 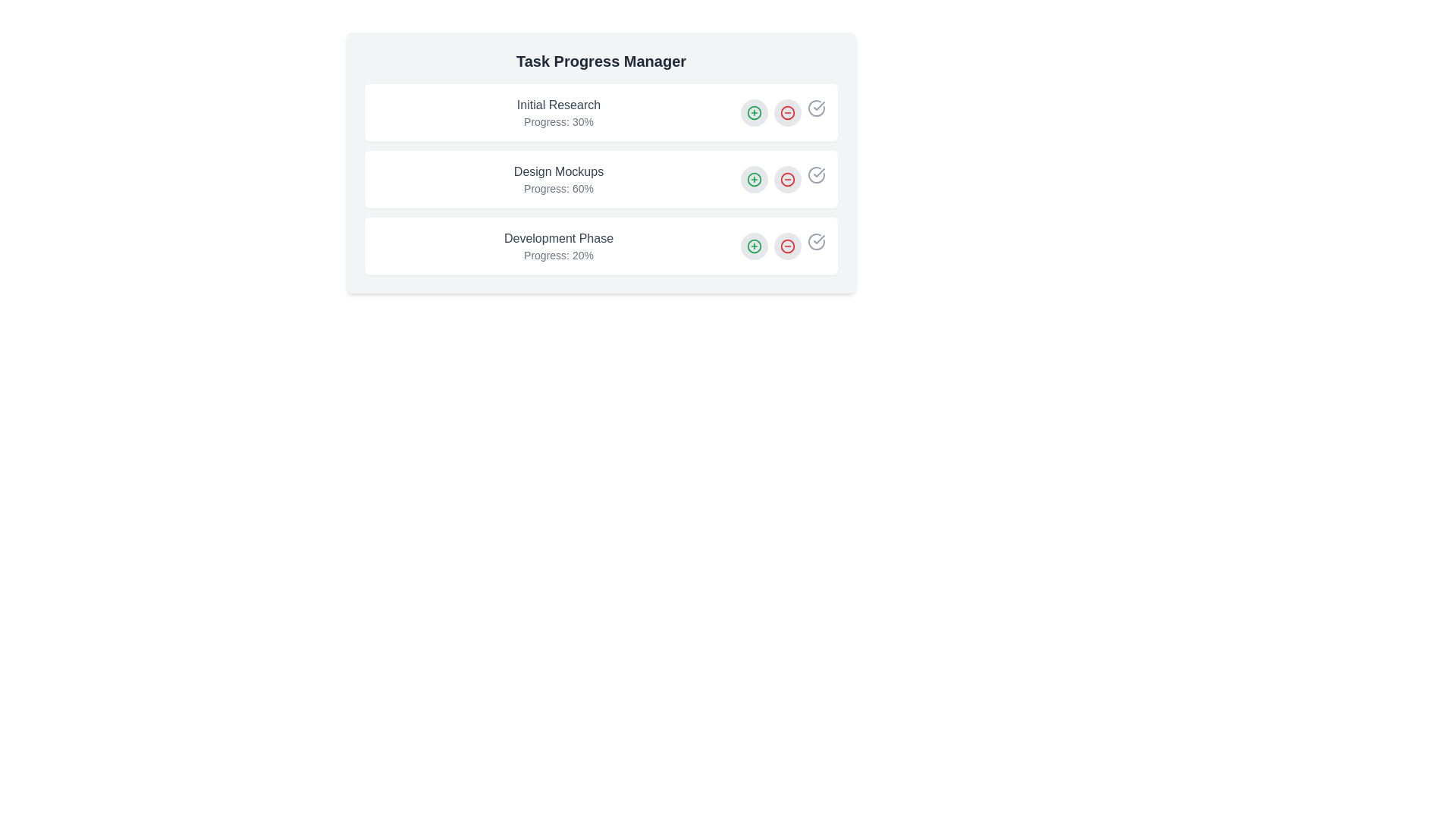 What do you see at coordinates (558, 121) in the screenshot?
I see `the text label element that displays 'Progress: 30%' located beneath the 'Initial Research' card in the task management interface` at bounding box center [558, 121].